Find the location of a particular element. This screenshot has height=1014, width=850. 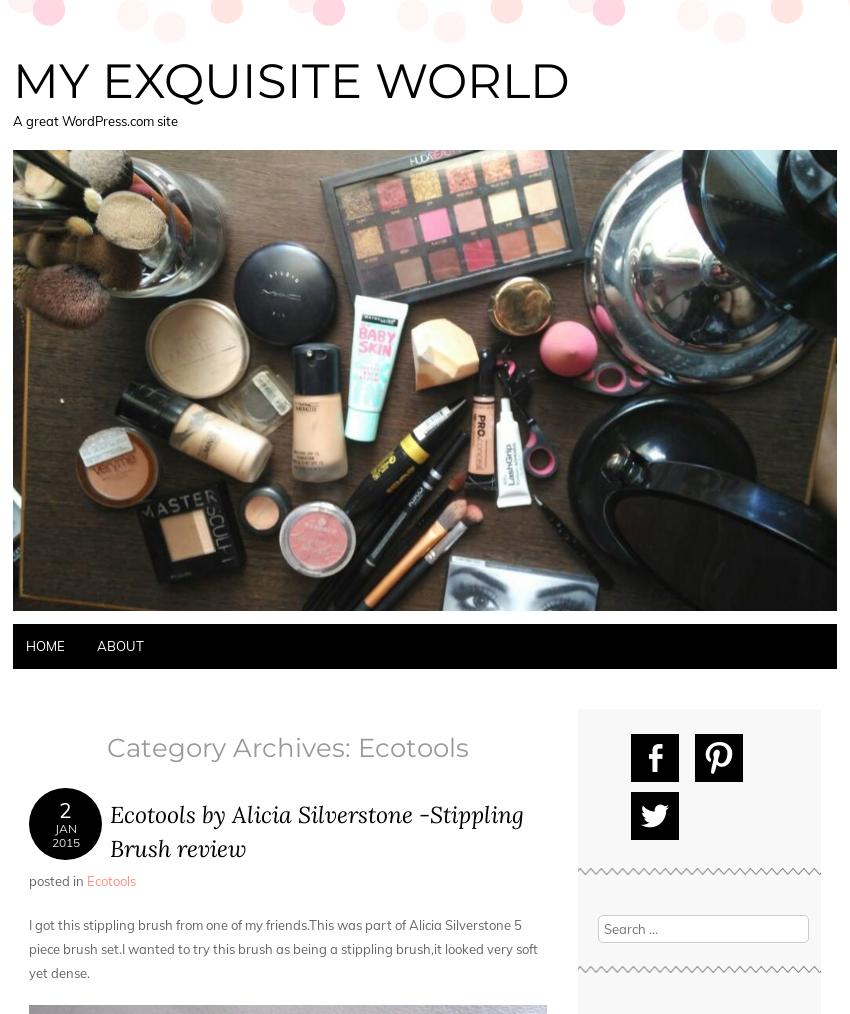

'Jan' is located at coordinates (53, 828).